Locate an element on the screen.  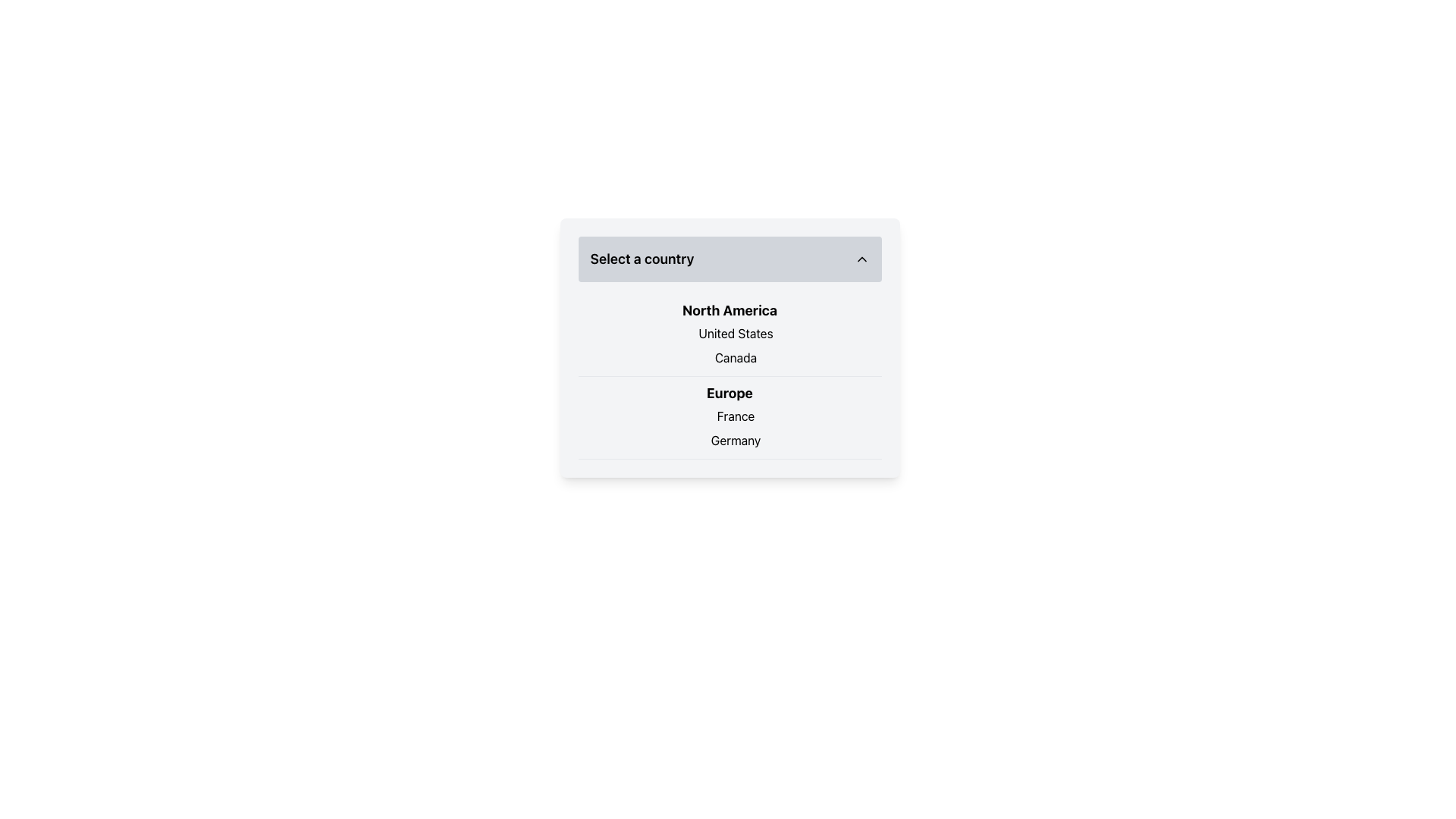
the list item labeled 'United States' is located at coordinates (730, 332).